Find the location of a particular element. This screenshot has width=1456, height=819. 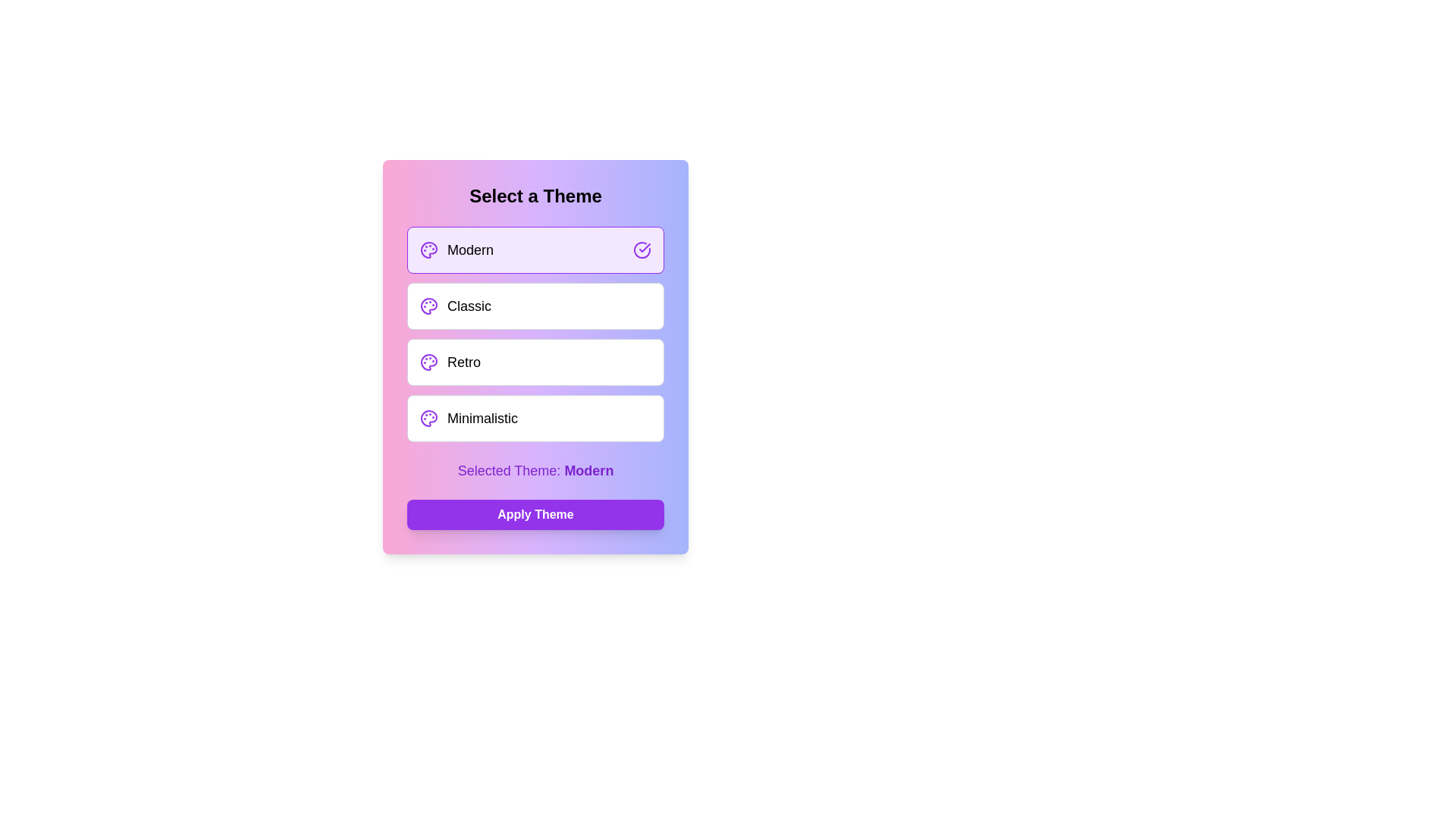

the first list item labeled 'Modern' that contains a bold text and a palette icon is located at coordinates (456, 249).